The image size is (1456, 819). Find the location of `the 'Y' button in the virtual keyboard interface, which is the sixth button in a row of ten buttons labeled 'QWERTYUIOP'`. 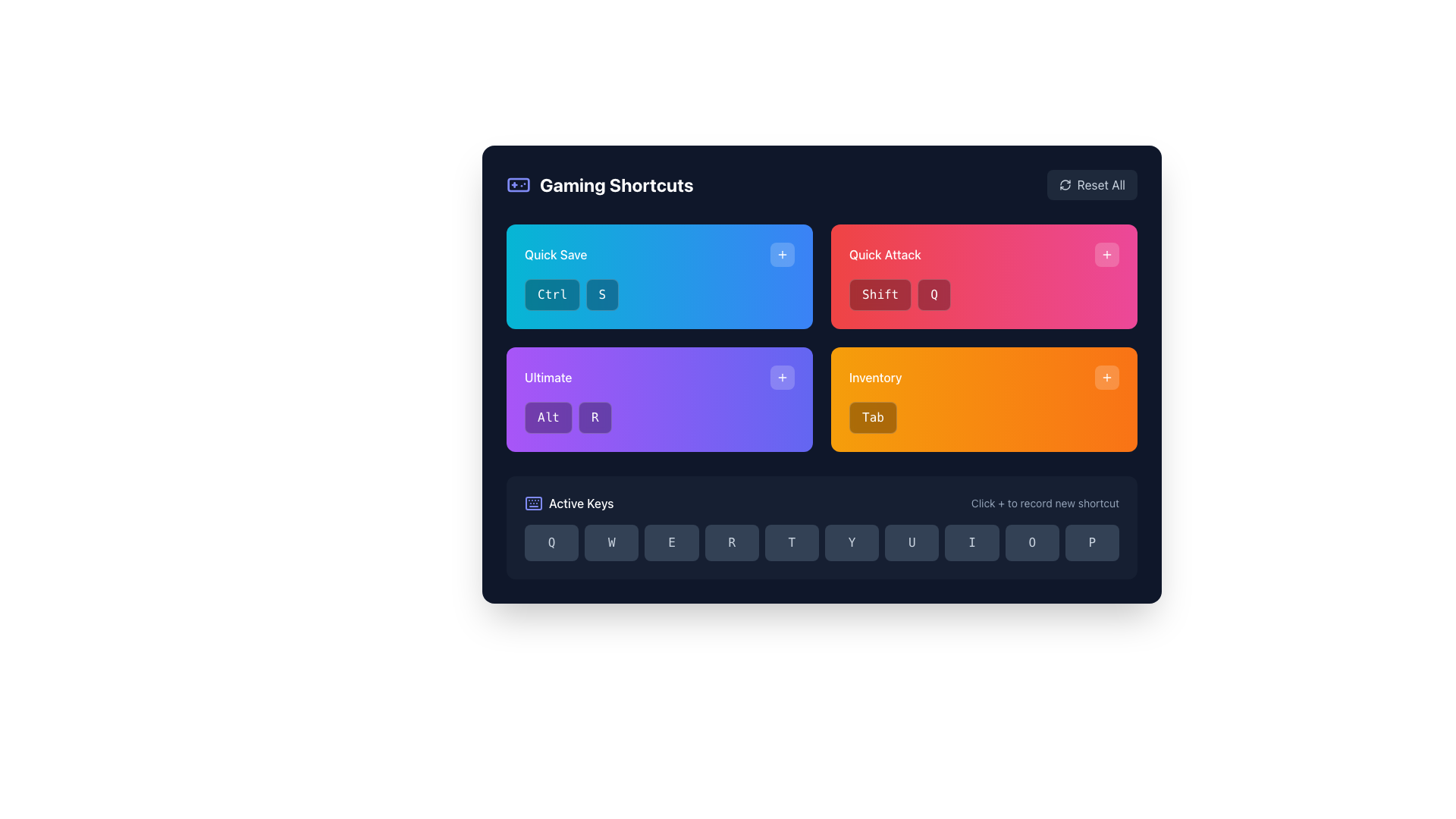

the 'Y' button in the virtual keyboard interface, which is the sixth button in a row of ten buttons labeled 'QWERTYUIOP' is located at coordinates (852, 542).